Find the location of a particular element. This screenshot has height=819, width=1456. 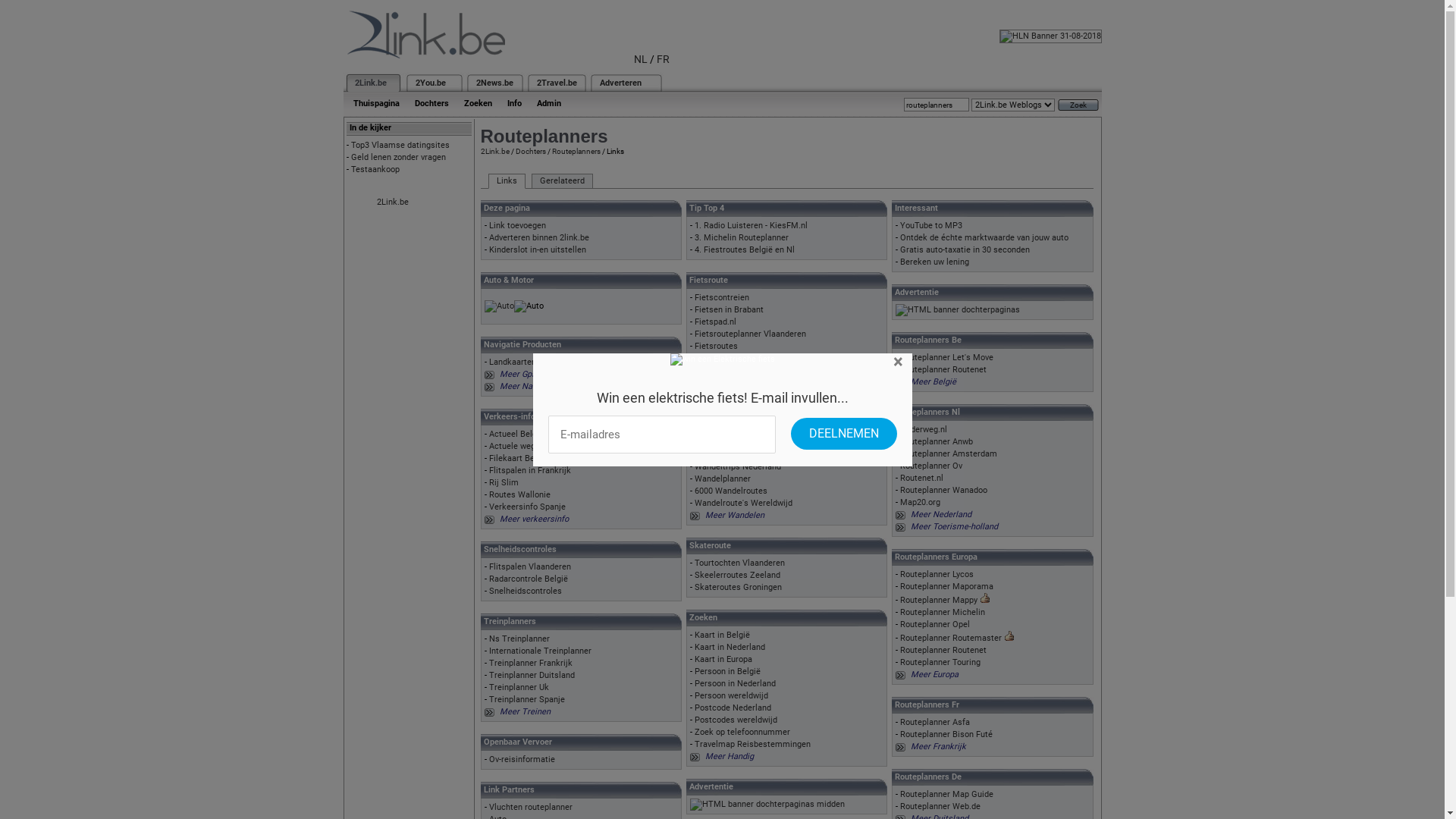

'Gratis auto-taxatie in 30 seconden' is located at coordinates (964, 249).